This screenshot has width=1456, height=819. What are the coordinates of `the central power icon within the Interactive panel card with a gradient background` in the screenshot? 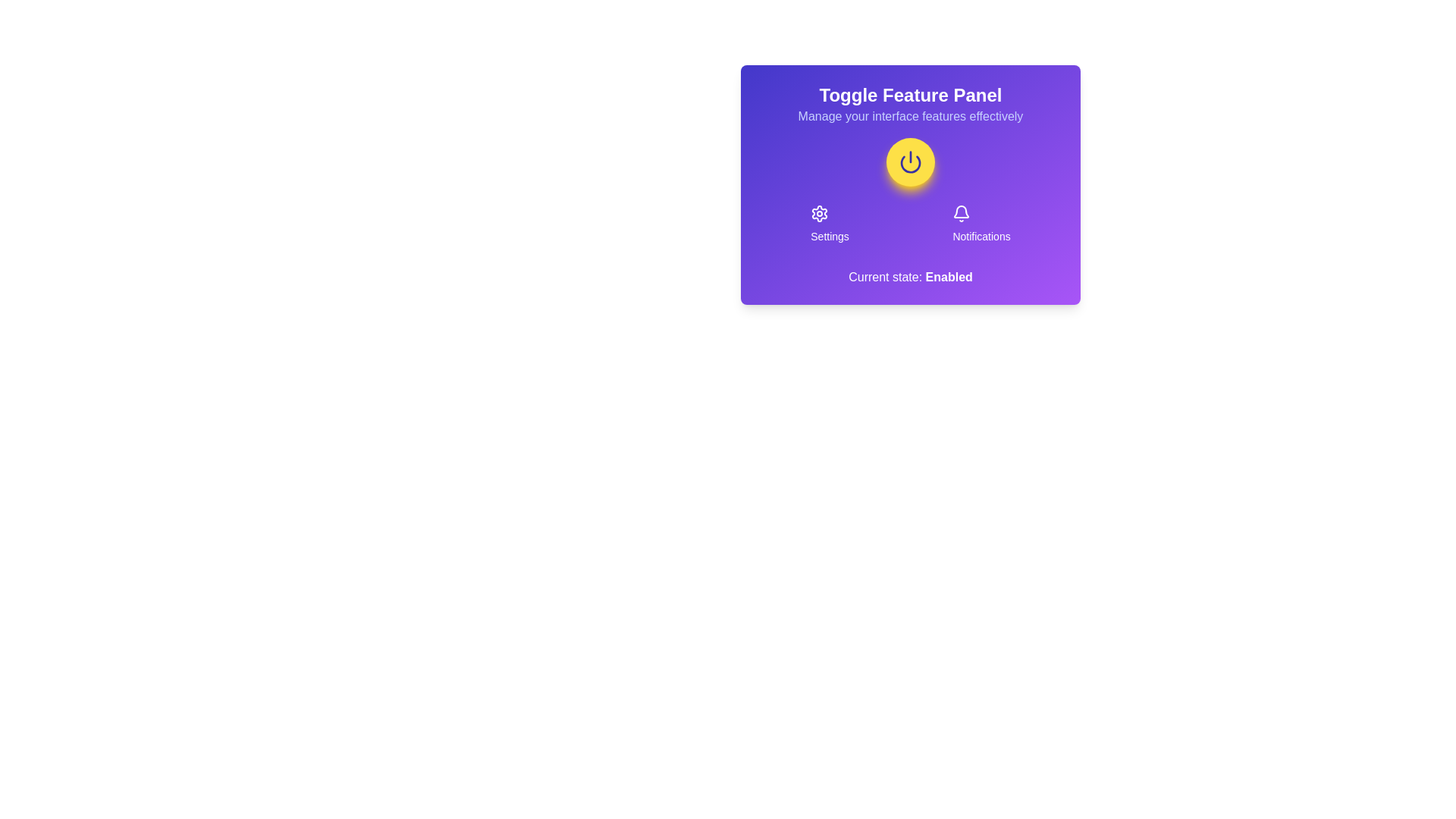 It's located at (910, 184).